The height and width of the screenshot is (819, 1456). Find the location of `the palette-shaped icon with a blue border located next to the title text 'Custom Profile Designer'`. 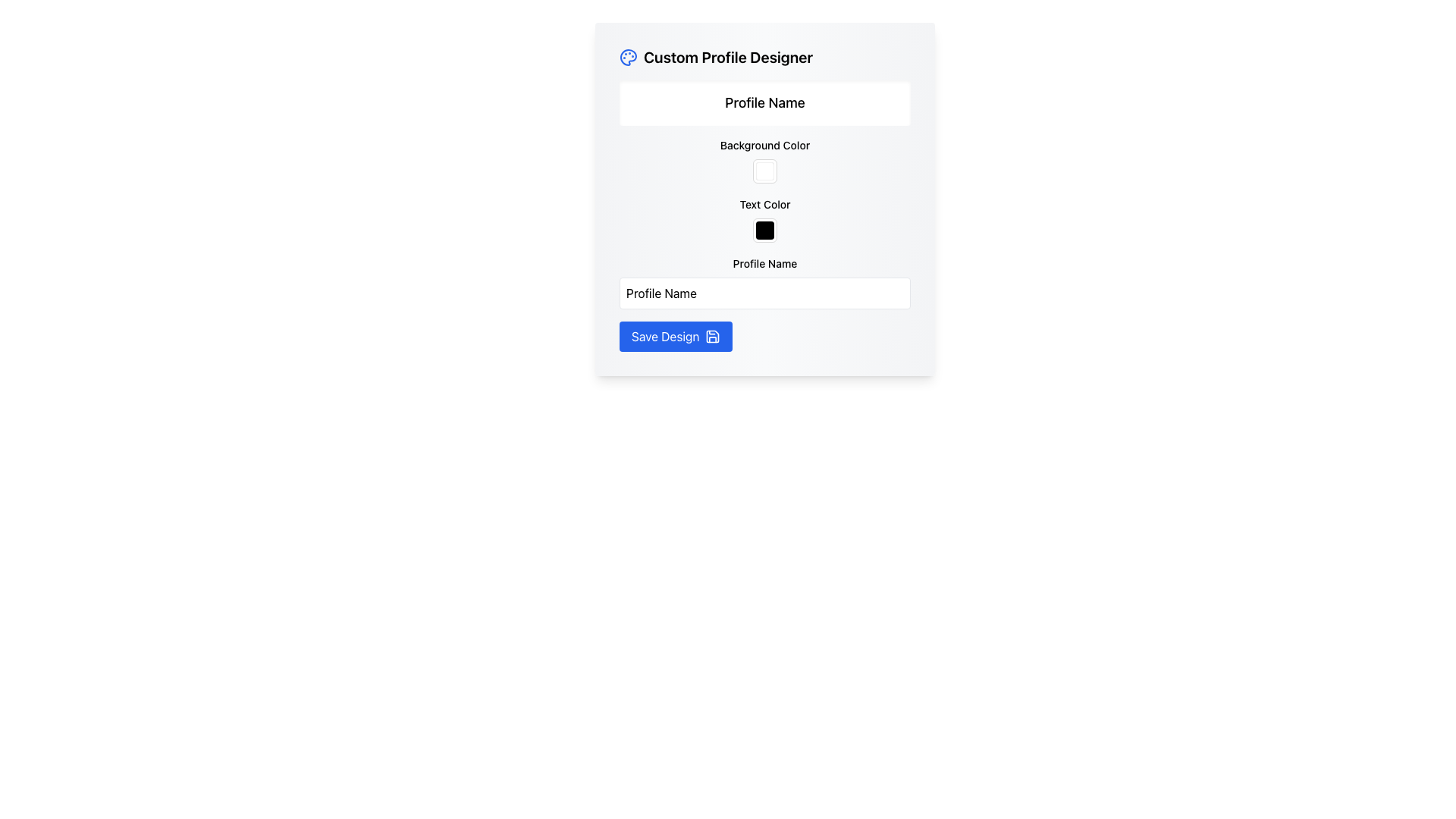

the palette-shaped icon with a blue border located next to the title text 'Custom Profile Designer' is located at coordinates (629, 57).